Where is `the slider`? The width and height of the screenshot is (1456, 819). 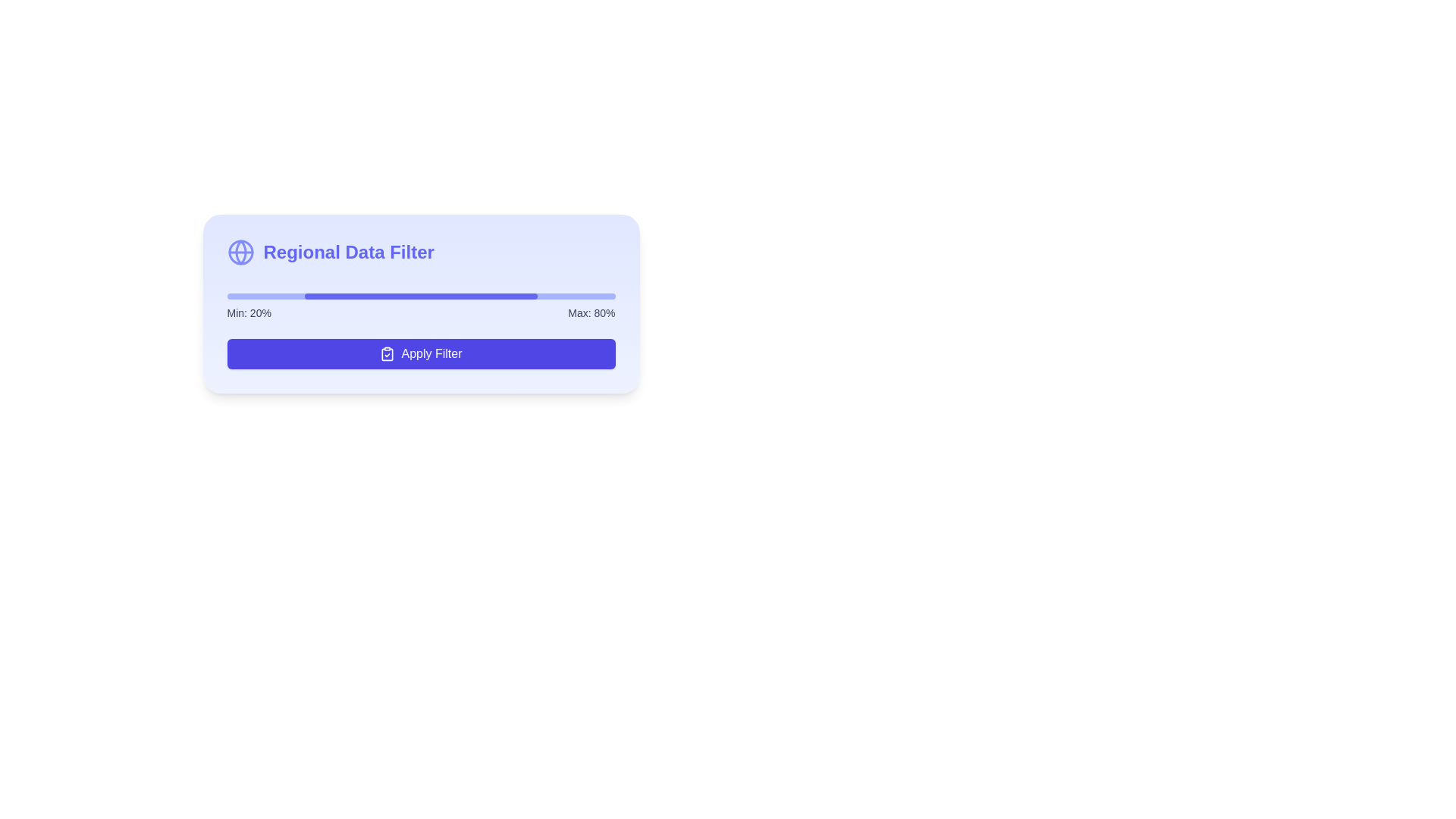
the slider is located at coordinates (254, 293).